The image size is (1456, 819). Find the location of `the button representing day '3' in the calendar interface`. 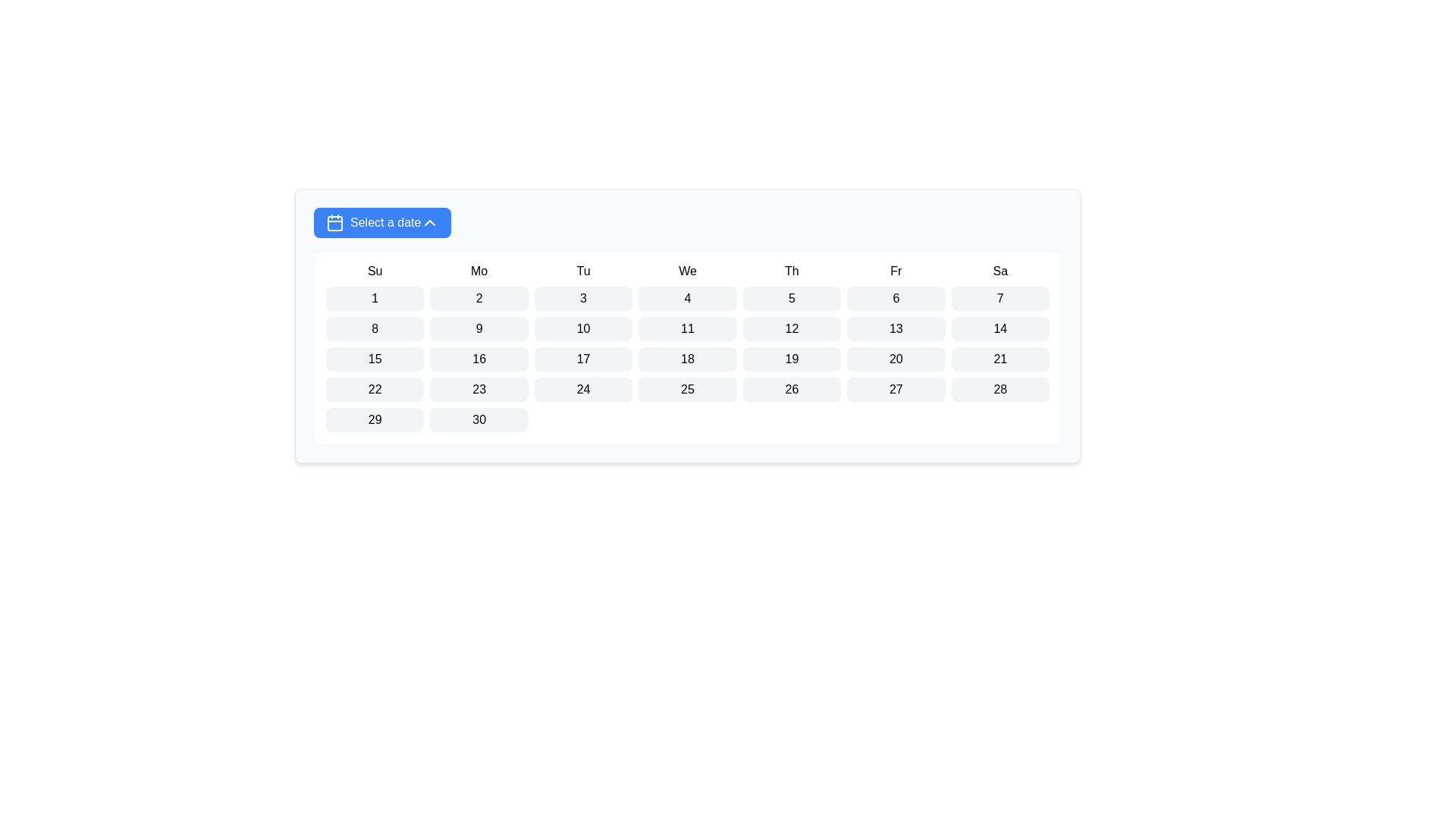

the button representing day '3' in the calendar interface is located at coordinates (582, 298).